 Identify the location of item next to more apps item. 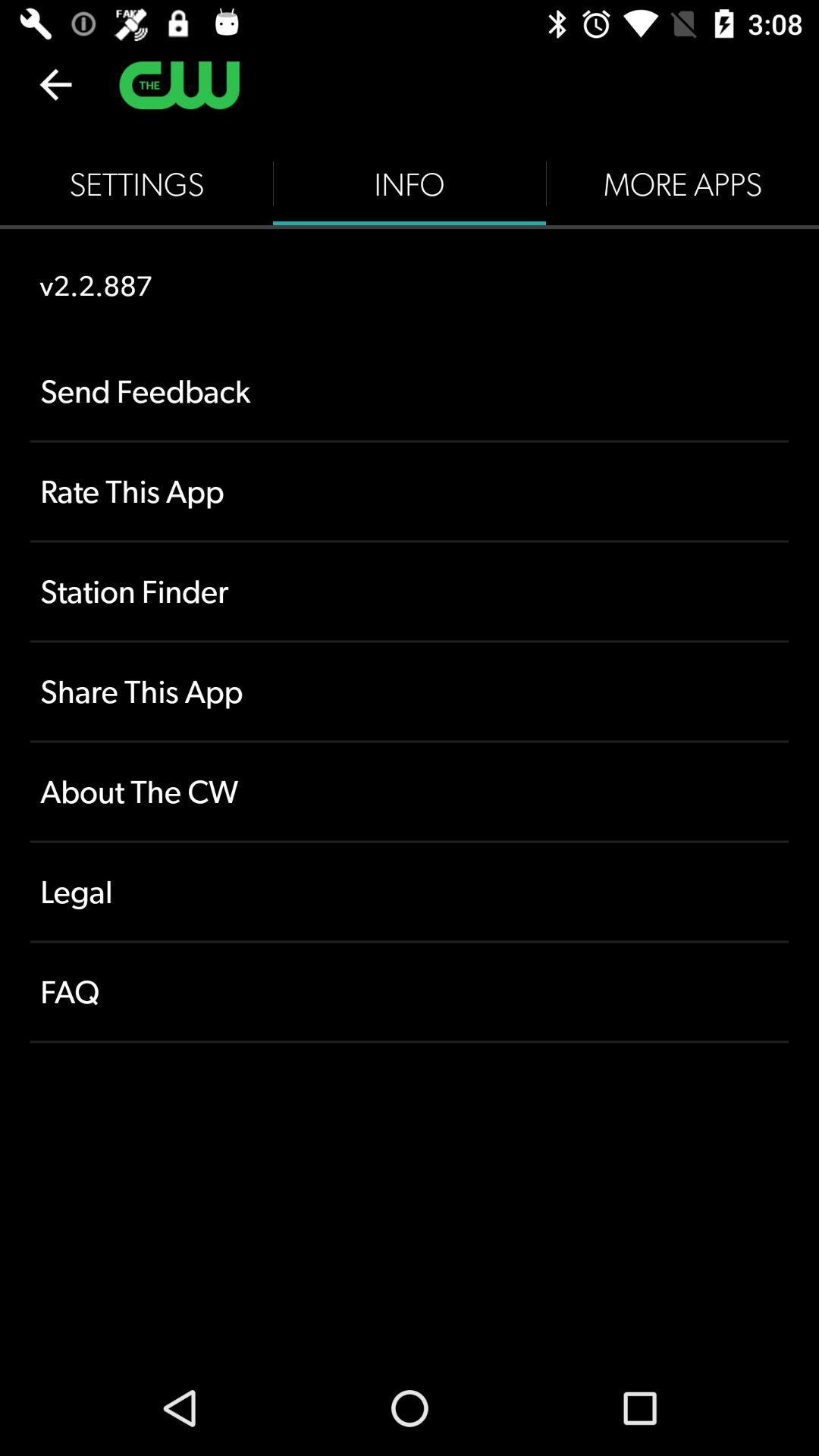
(409, 184).